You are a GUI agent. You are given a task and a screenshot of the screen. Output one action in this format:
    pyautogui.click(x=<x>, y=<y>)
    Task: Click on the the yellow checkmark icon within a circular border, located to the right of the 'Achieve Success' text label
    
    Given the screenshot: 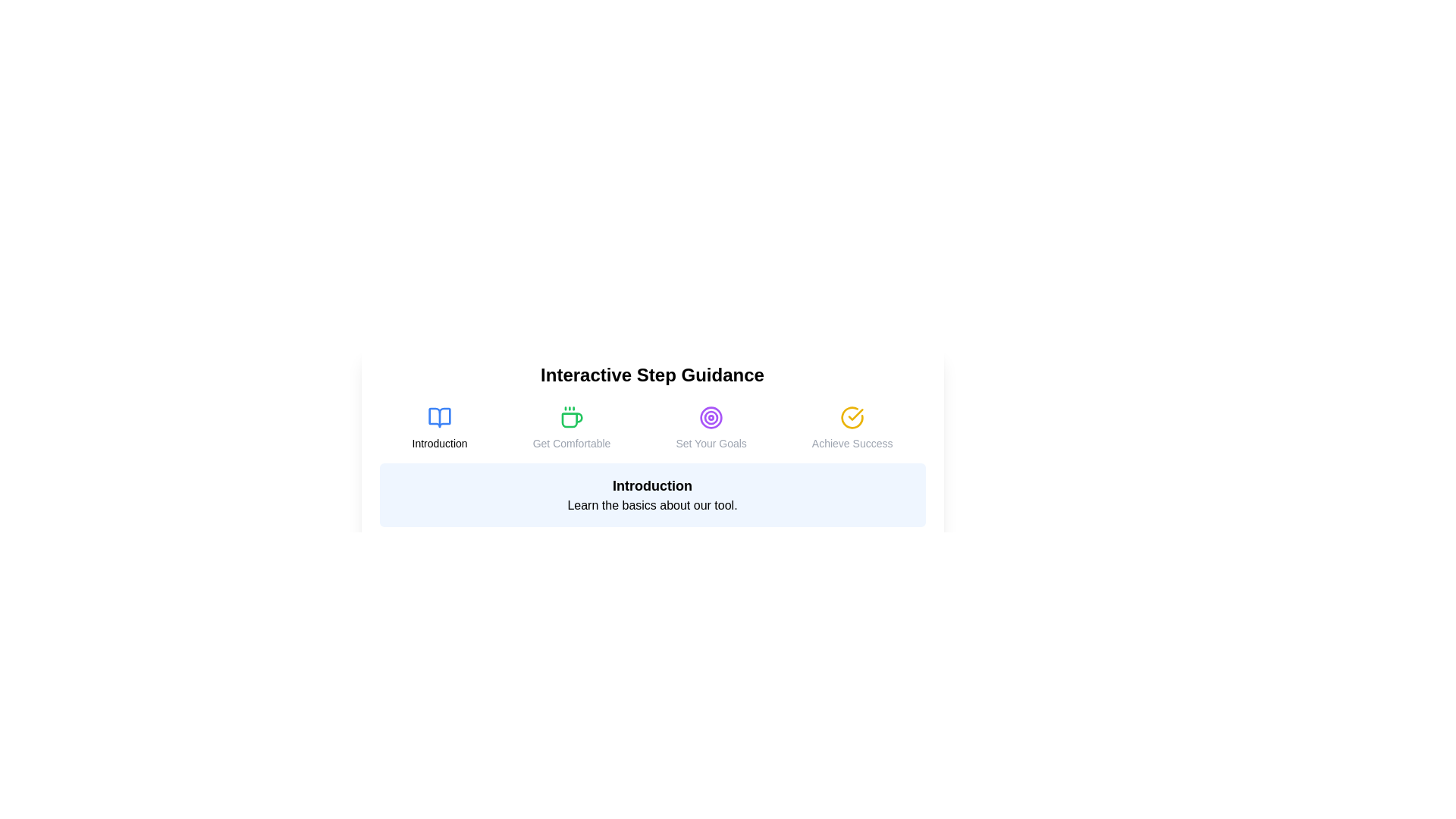 What is the action you would take?
    pyautogui.click(x=855, y=415)
    